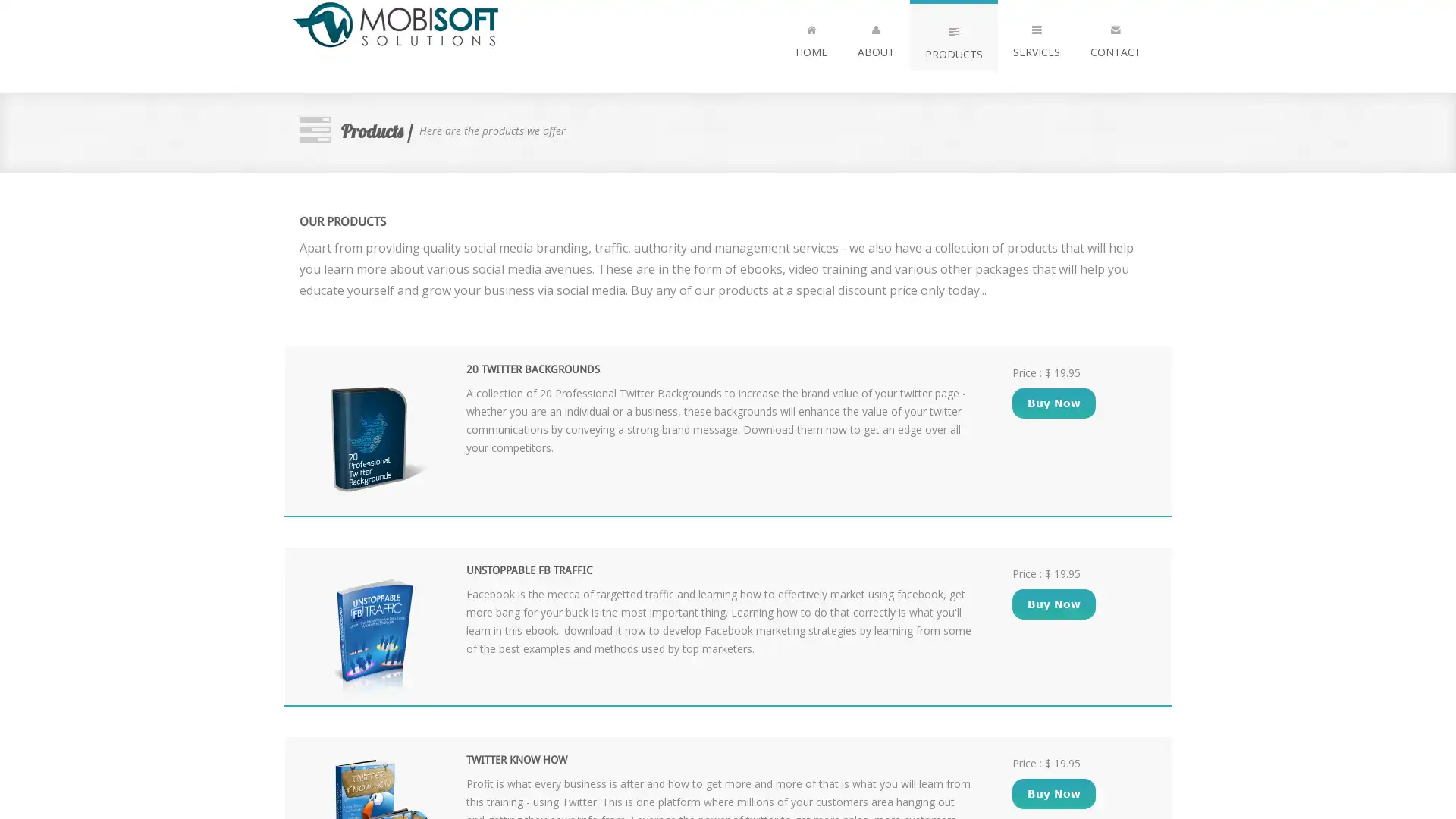 This screenshot has width=1456, height=819. I want to click on Buy Now, so click(1053, 403).